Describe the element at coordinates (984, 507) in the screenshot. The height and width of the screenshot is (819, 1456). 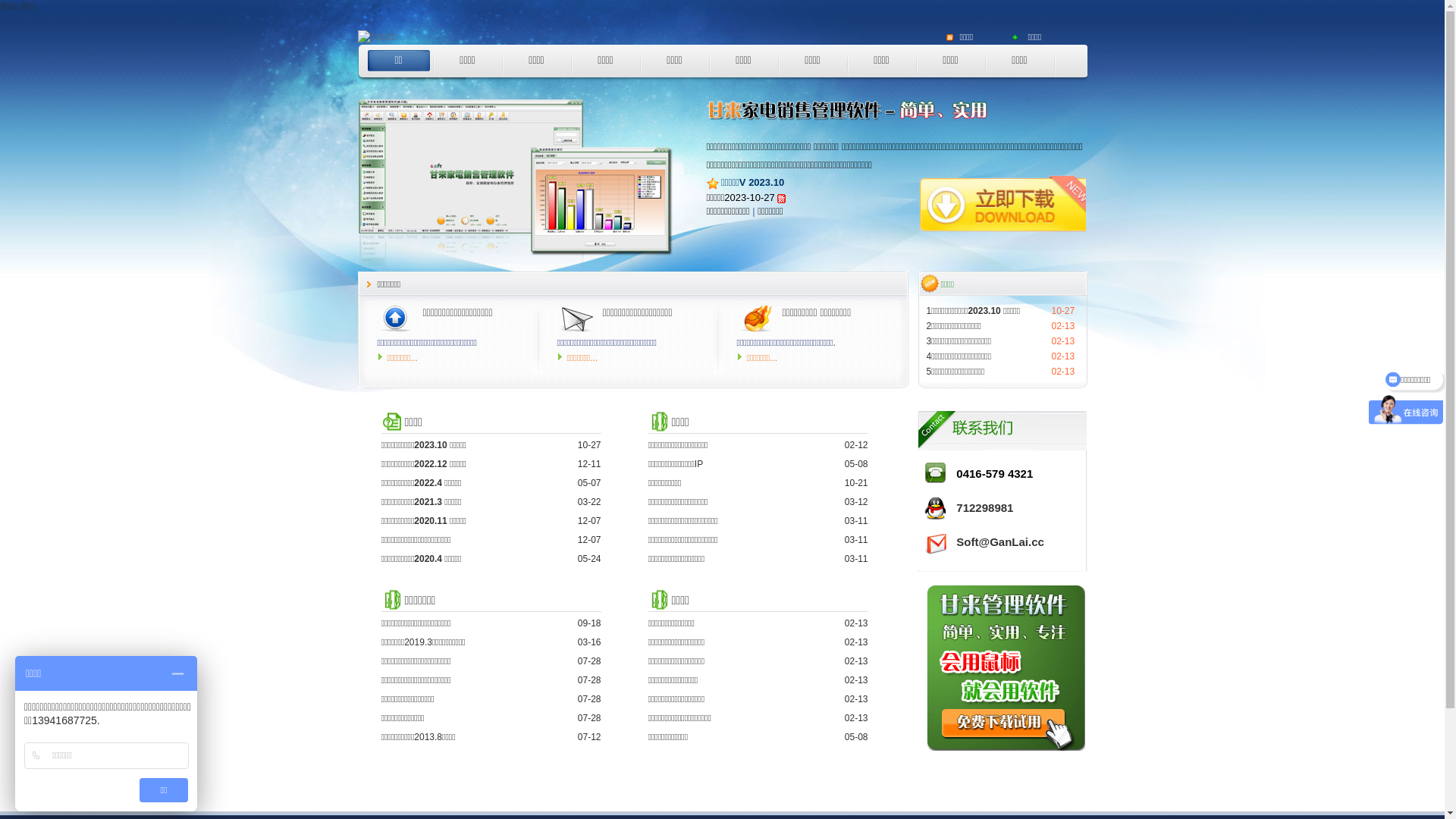
I see `'712298981'` at that location.